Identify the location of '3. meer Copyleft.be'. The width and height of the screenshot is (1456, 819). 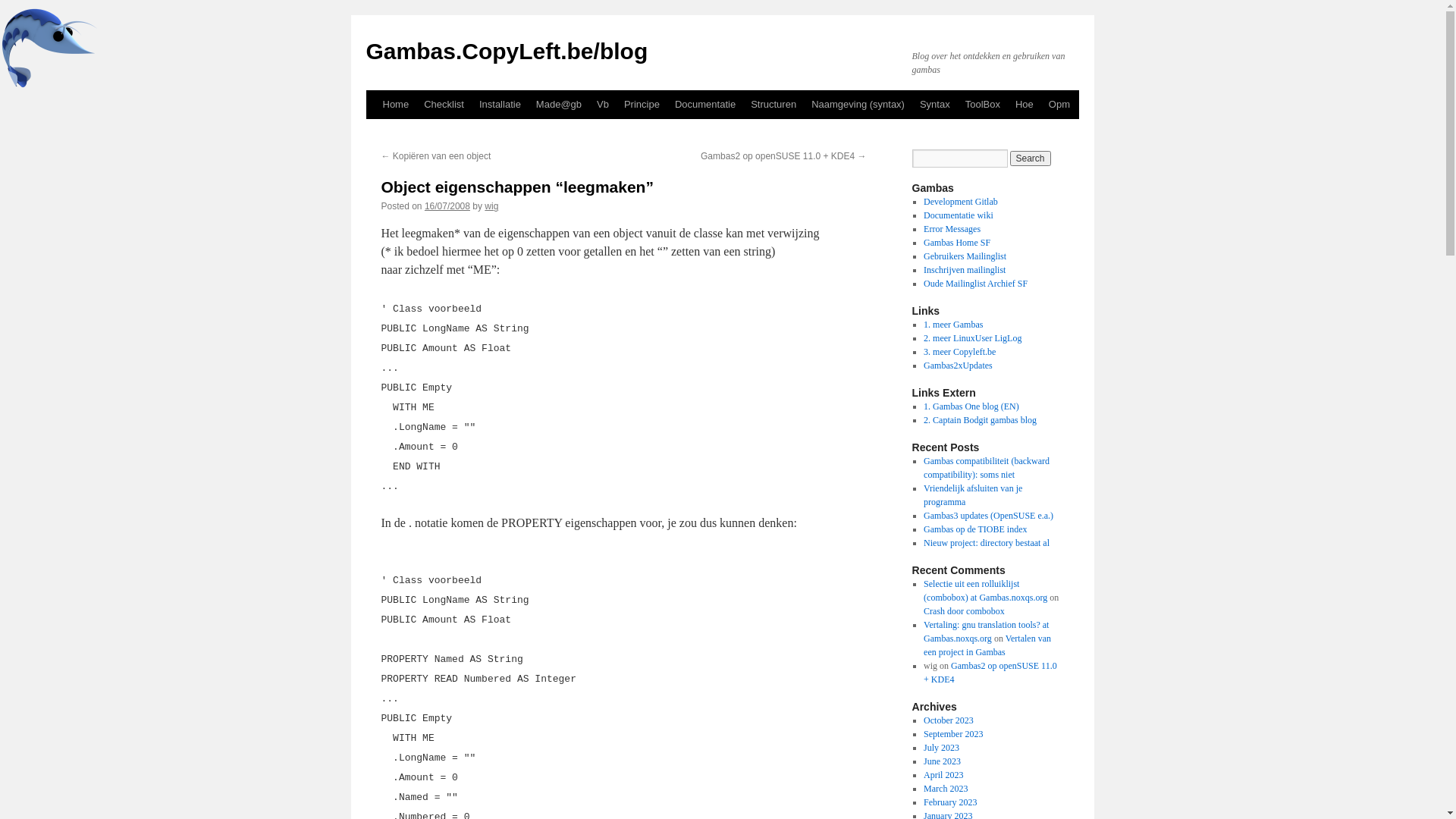
(959, 351).